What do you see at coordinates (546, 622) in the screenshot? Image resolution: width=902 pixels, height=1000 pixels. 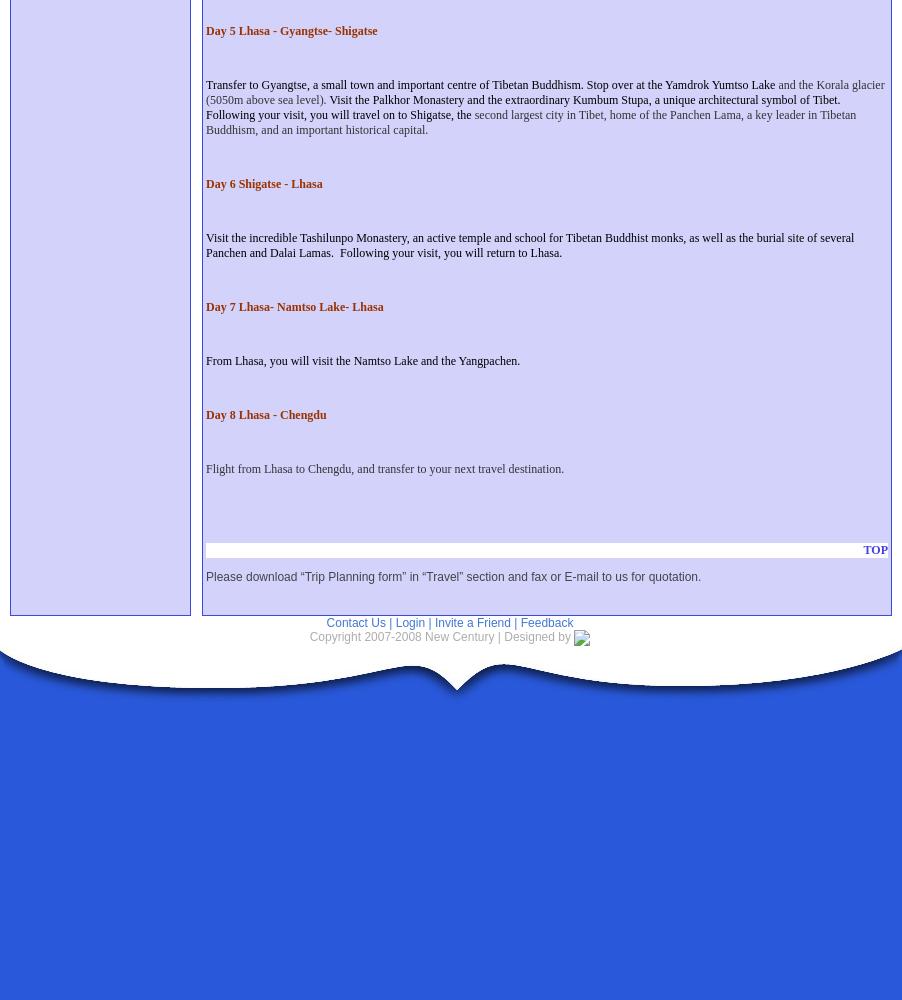 I see `'Feedback'` at bounding box center [546, 622].